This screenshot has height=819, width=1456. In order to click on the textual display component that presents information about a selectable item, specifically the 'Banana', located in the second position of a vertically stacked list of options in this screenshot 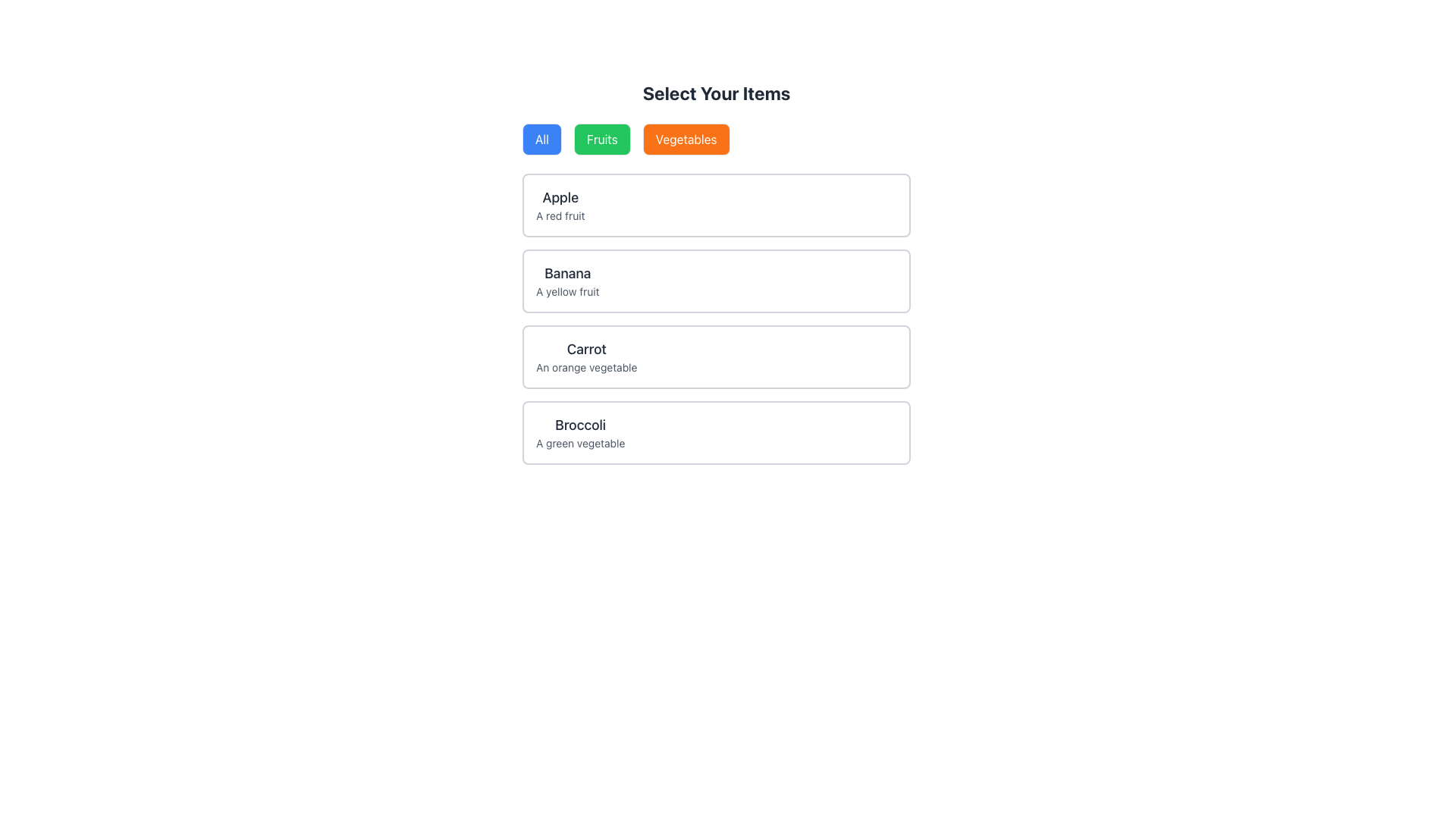, I will do `click(566, 281)`.